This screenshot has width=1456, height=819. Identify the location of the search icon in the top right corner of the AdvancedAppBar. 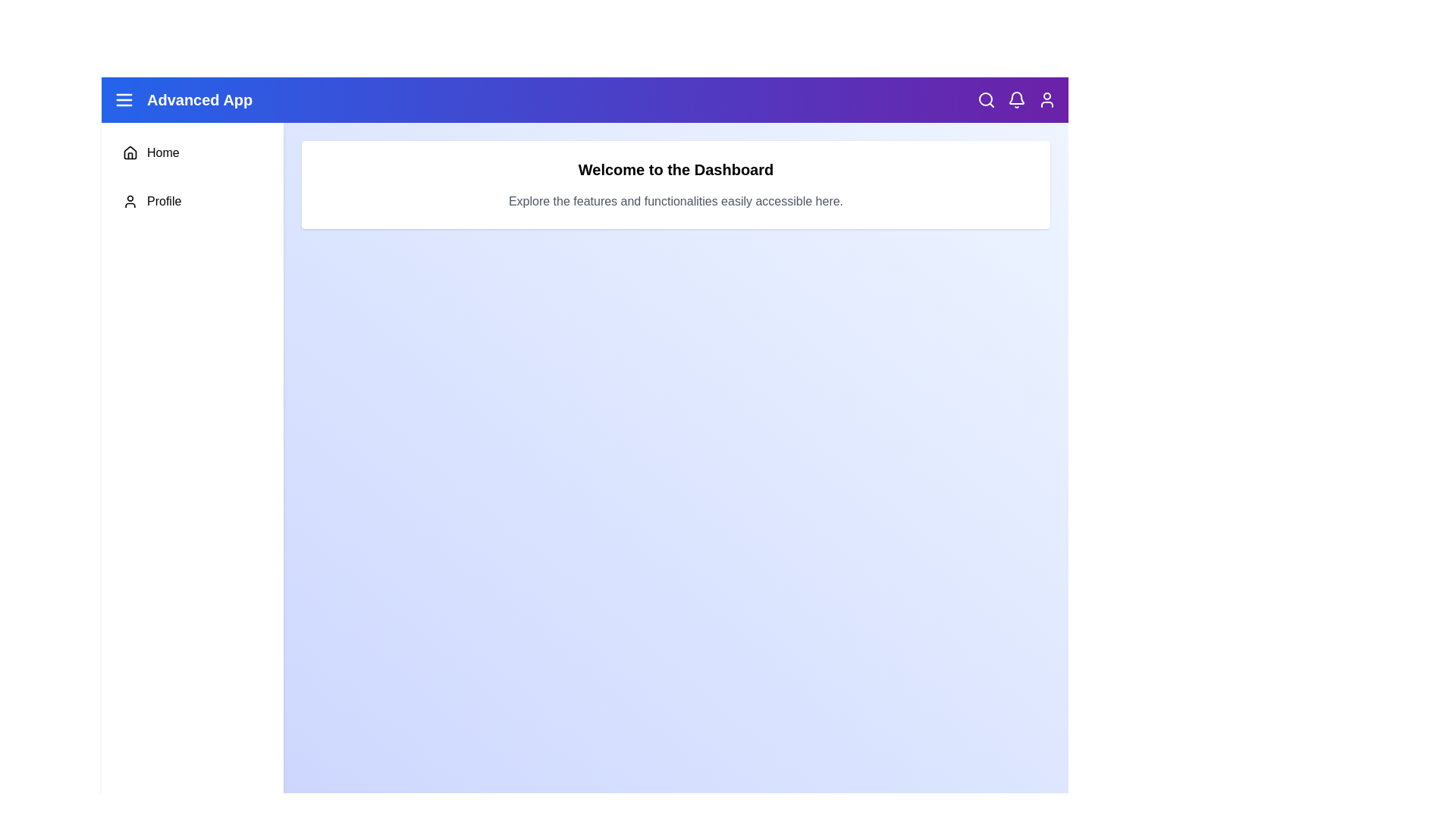
(986, 99).